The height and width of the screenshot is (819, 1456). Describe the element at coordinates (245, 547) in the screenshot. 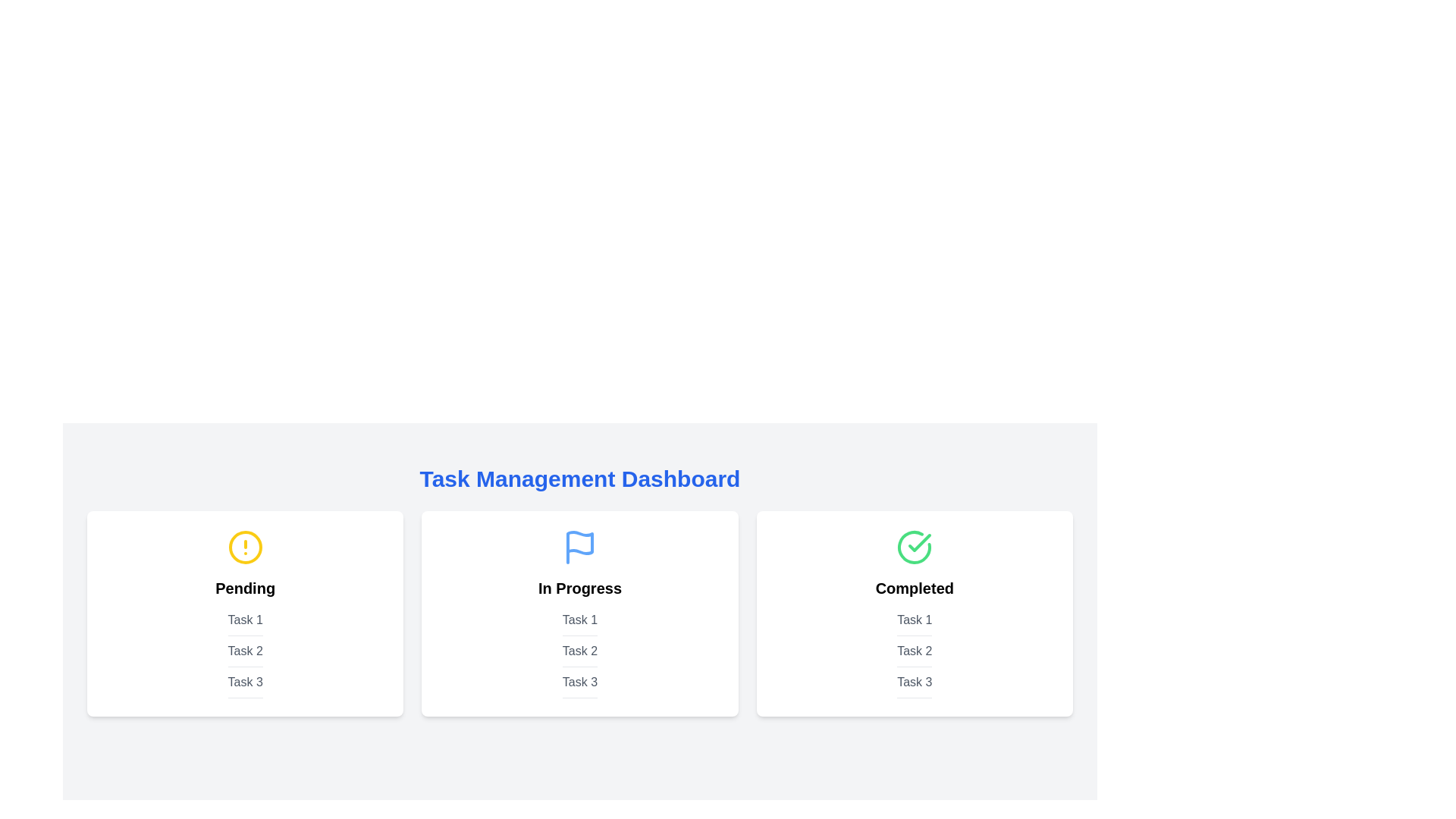

I see `the alert or notification icon located inside the 'Pending' card in the Task Management Dashboard, which is centered above the 'Pending' label` at that location.